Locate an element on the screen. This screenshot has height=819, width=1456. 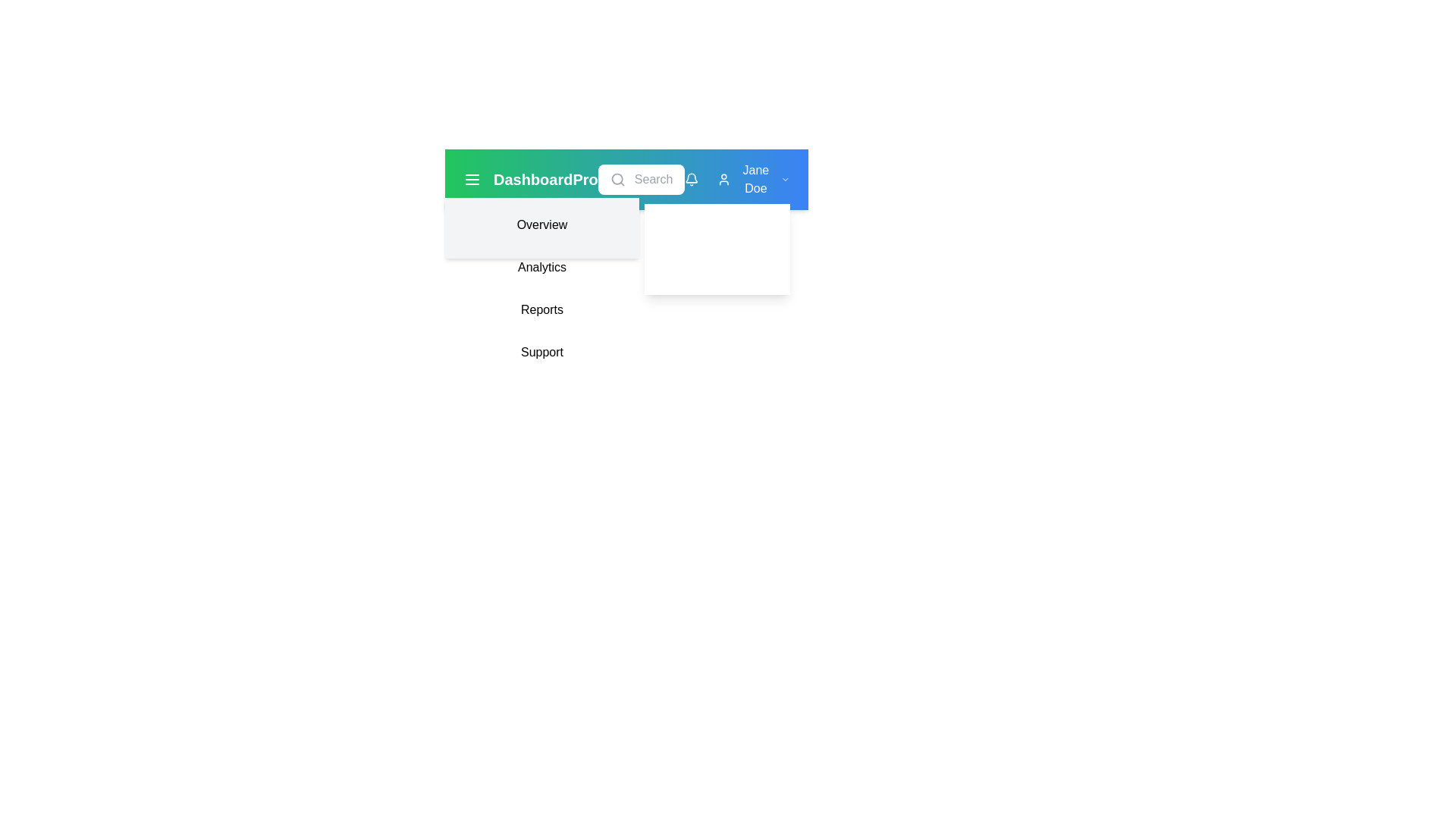
the search input field in the navigation bar to focus on it is located at coordinates (642, 178).